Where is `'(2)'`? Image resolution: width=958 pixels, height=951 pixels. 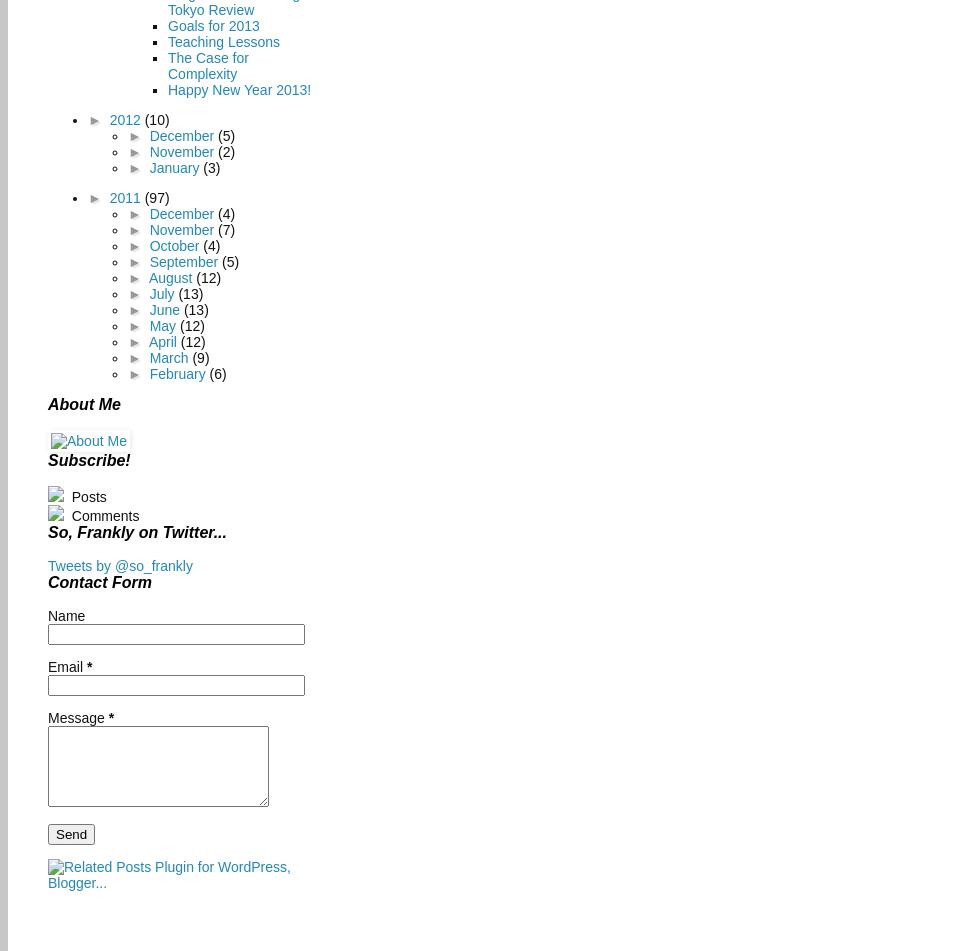
'(2)' is located at coordinates (225, 151).